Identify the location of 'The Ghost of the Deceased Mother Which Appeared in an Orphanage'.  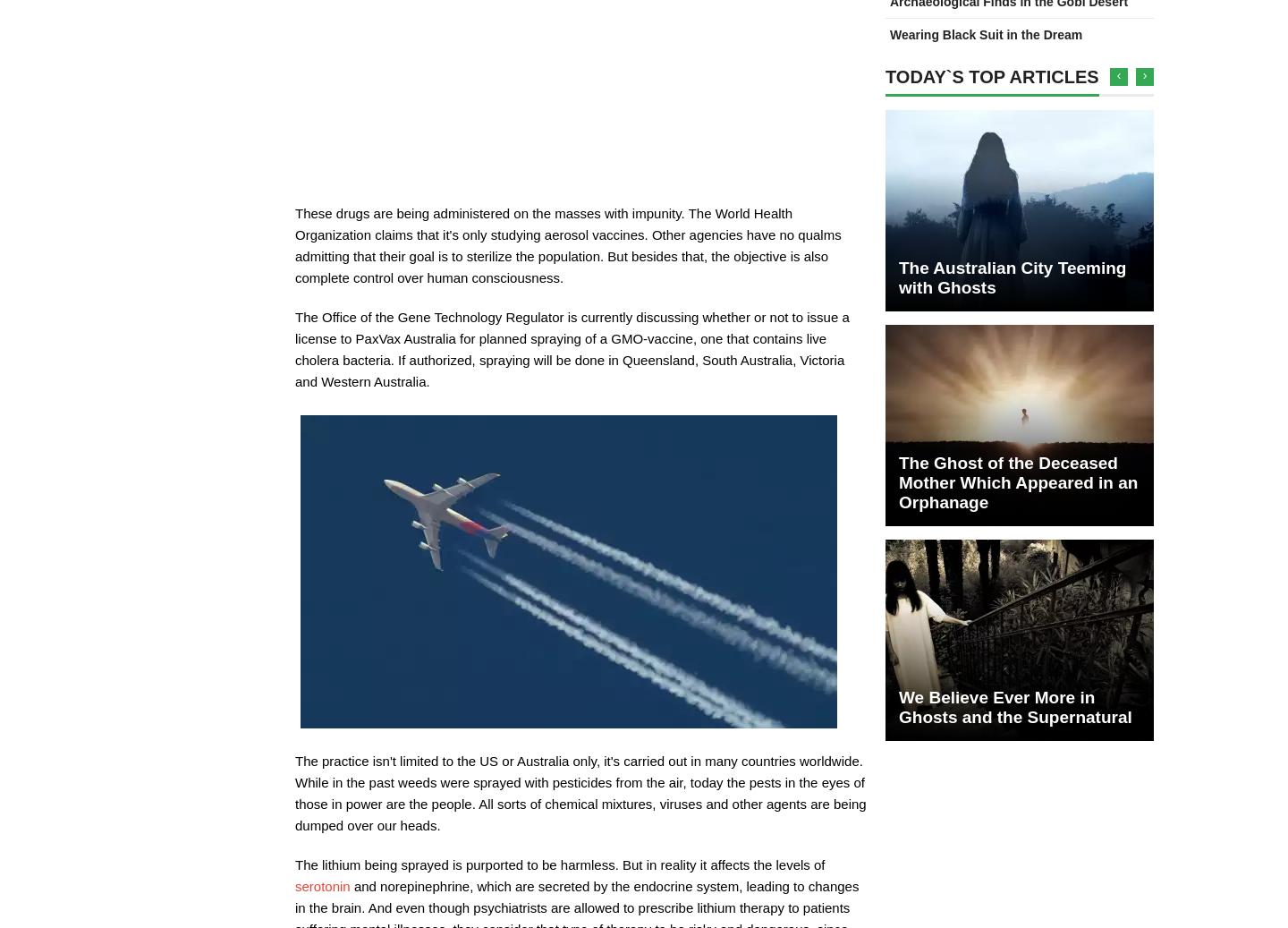
(897, 482).